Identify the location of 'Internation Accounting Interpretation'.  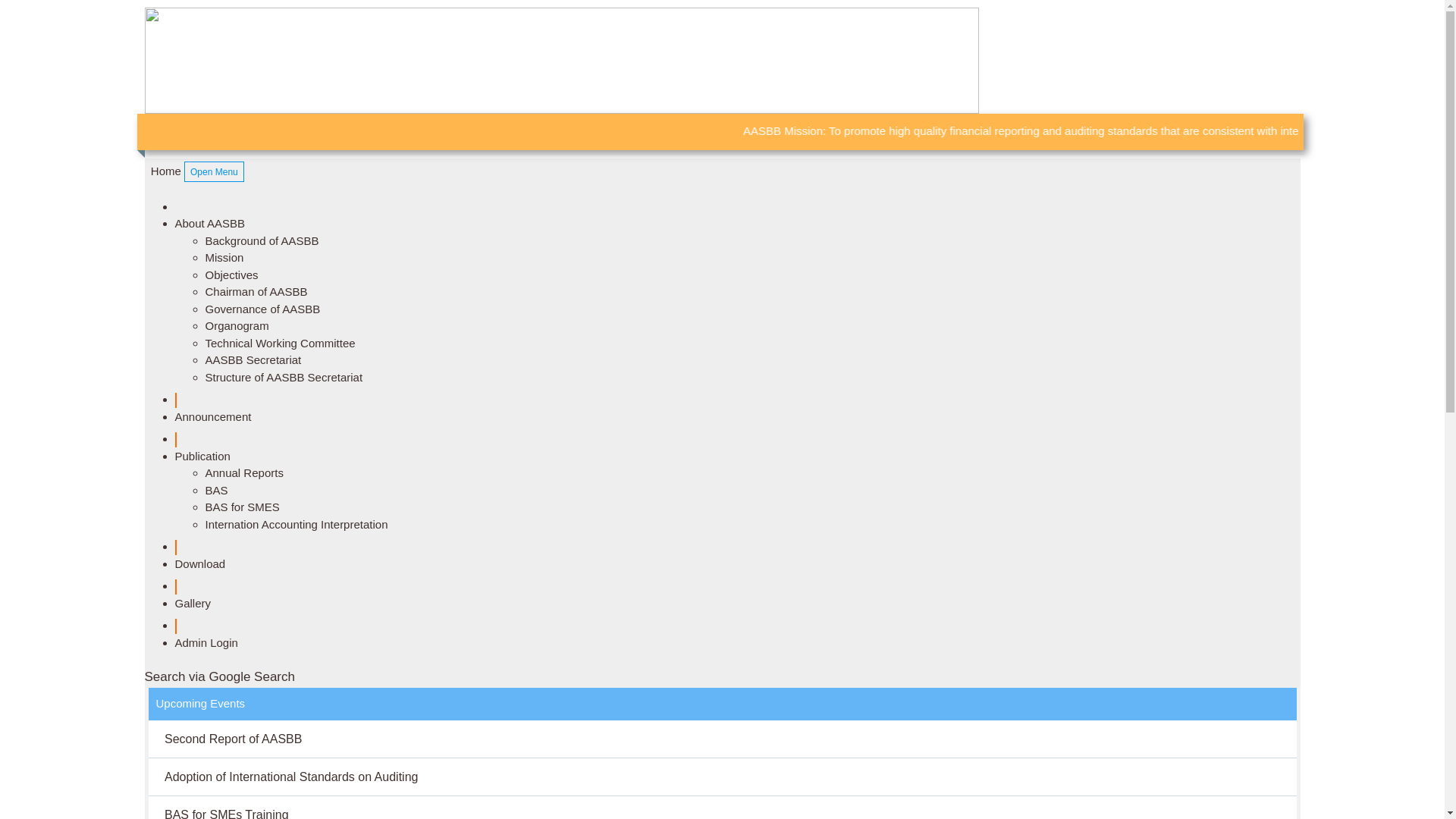
(296, 522).